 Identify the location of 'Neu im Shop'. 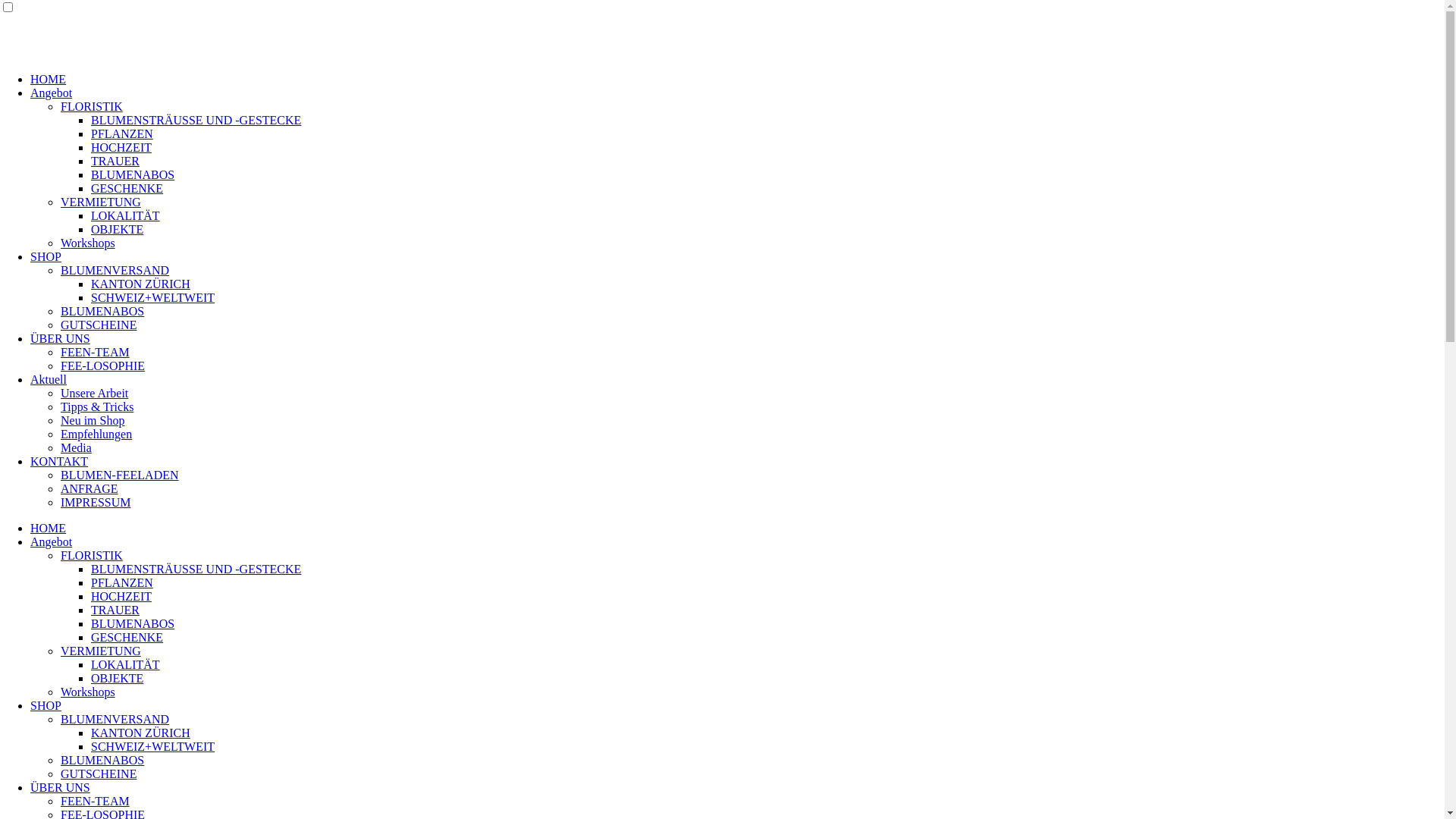
(91, 420).